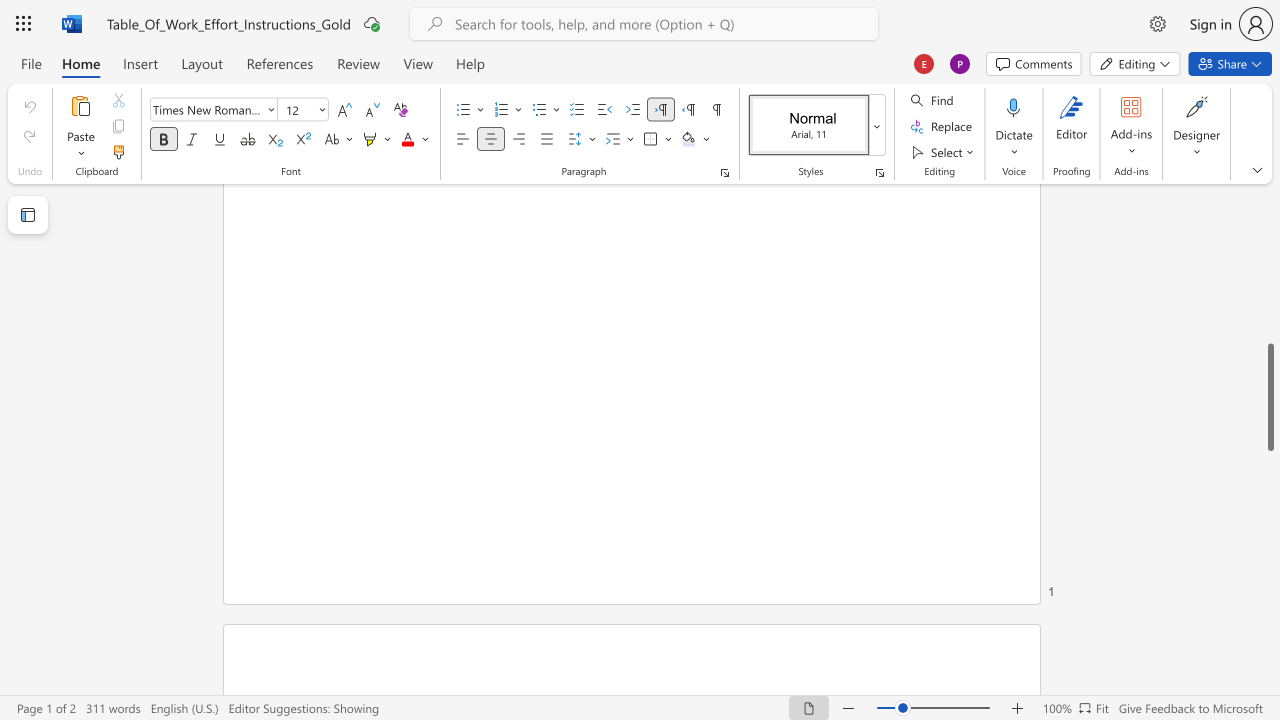 The image size is (1280, 720). I want to click on the scrollbar on the side, so click(1269, 258).